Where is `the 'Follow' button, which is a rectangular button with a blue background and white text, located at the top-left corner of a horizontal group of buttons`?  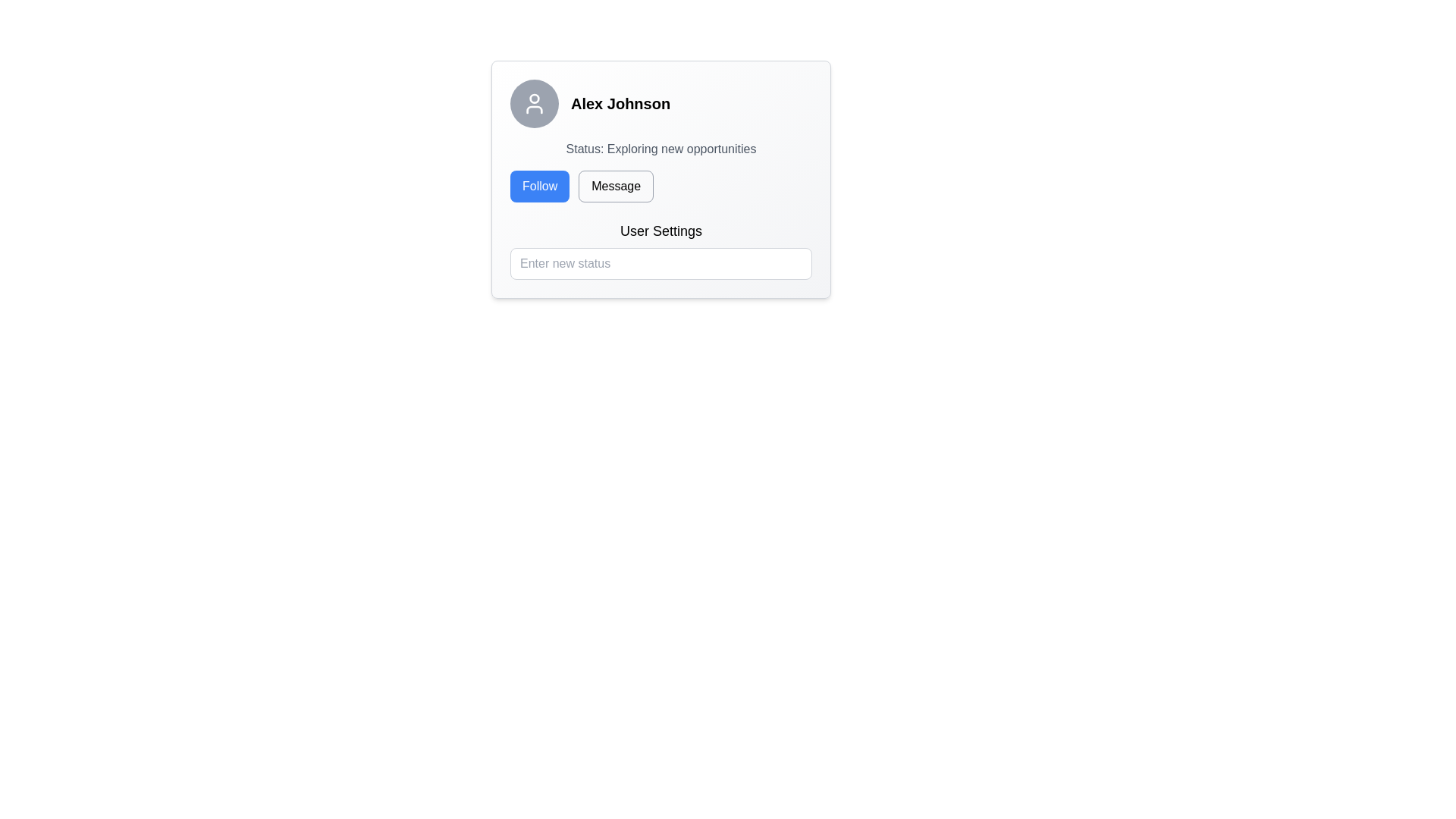 the 'Follow' button, which is a rectangular button with a blue background and white text, located at the top-left corner of a horizontal group of buttons is located at coordinates (540, 186).